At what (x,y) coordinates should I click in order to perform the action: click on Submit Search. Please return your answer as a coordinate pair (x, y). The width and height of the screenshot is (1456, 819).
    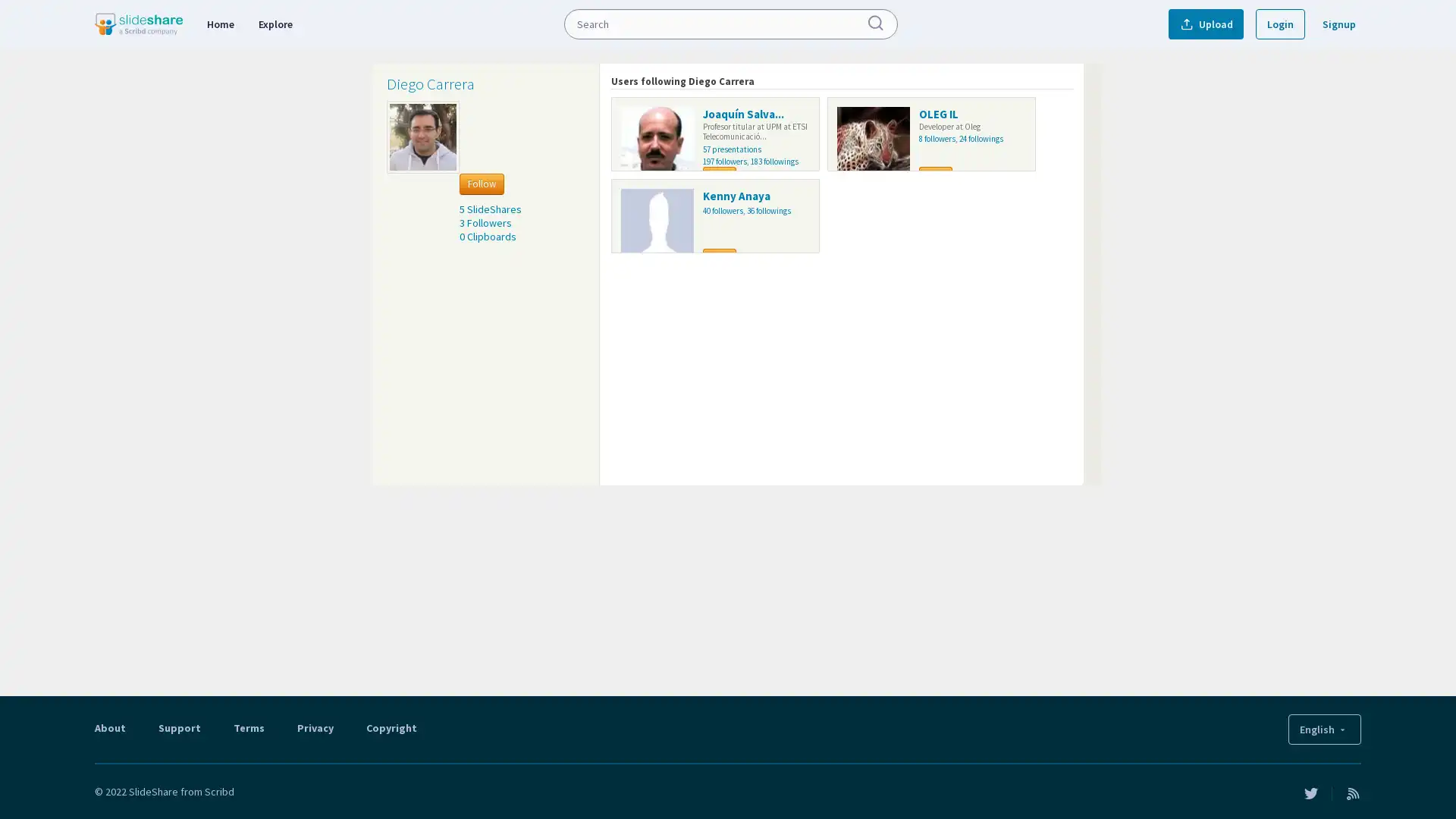
    Looking at the image, I should click on (874, 23).